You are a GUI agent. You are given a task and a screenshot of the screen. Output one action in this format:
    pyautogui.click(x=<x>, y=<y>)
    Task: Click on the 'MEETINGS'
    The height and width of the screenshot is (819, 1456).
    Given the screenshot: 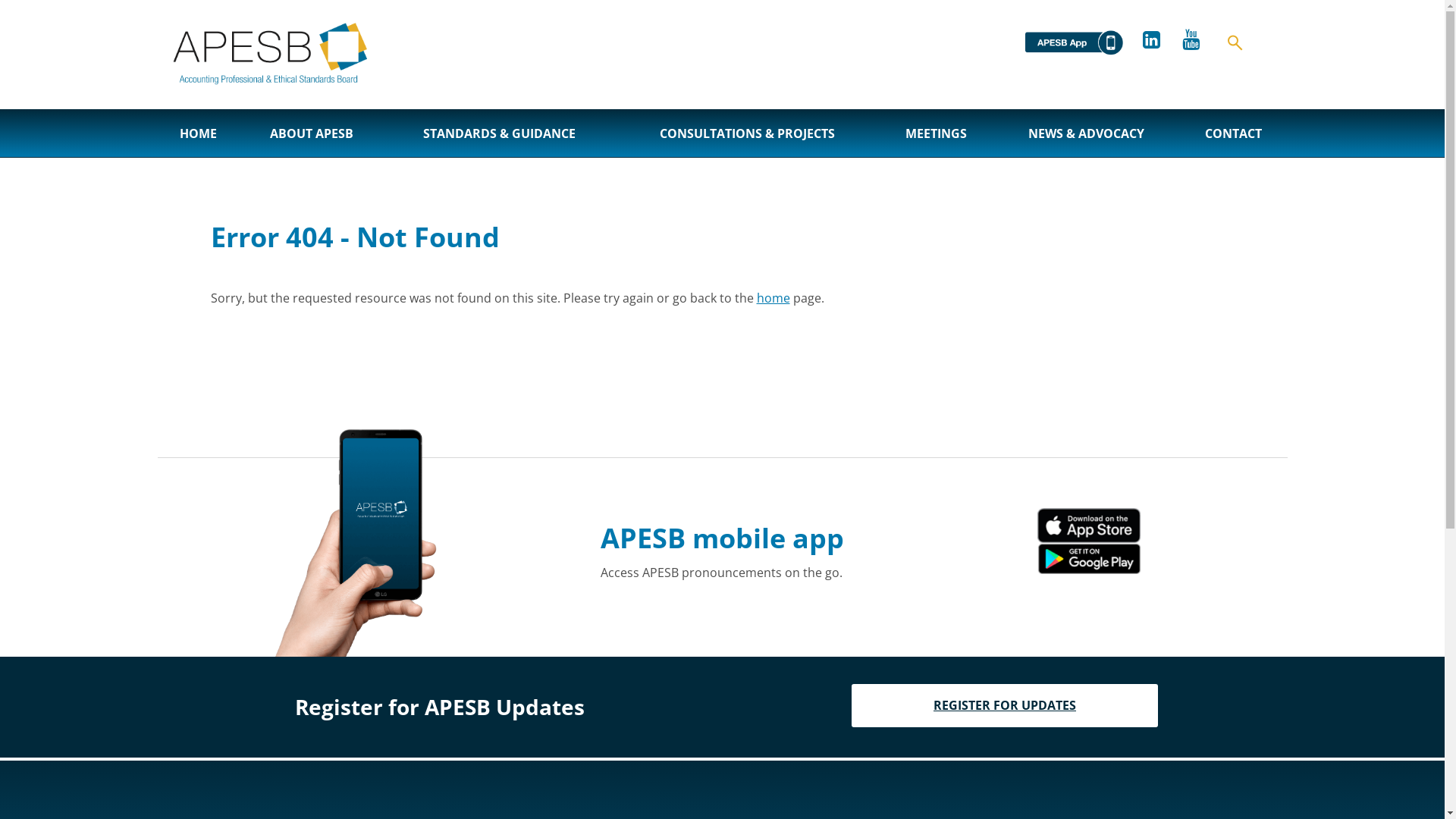 What is the action you would take?
    pyautogui.click(x=935, y=133)
    